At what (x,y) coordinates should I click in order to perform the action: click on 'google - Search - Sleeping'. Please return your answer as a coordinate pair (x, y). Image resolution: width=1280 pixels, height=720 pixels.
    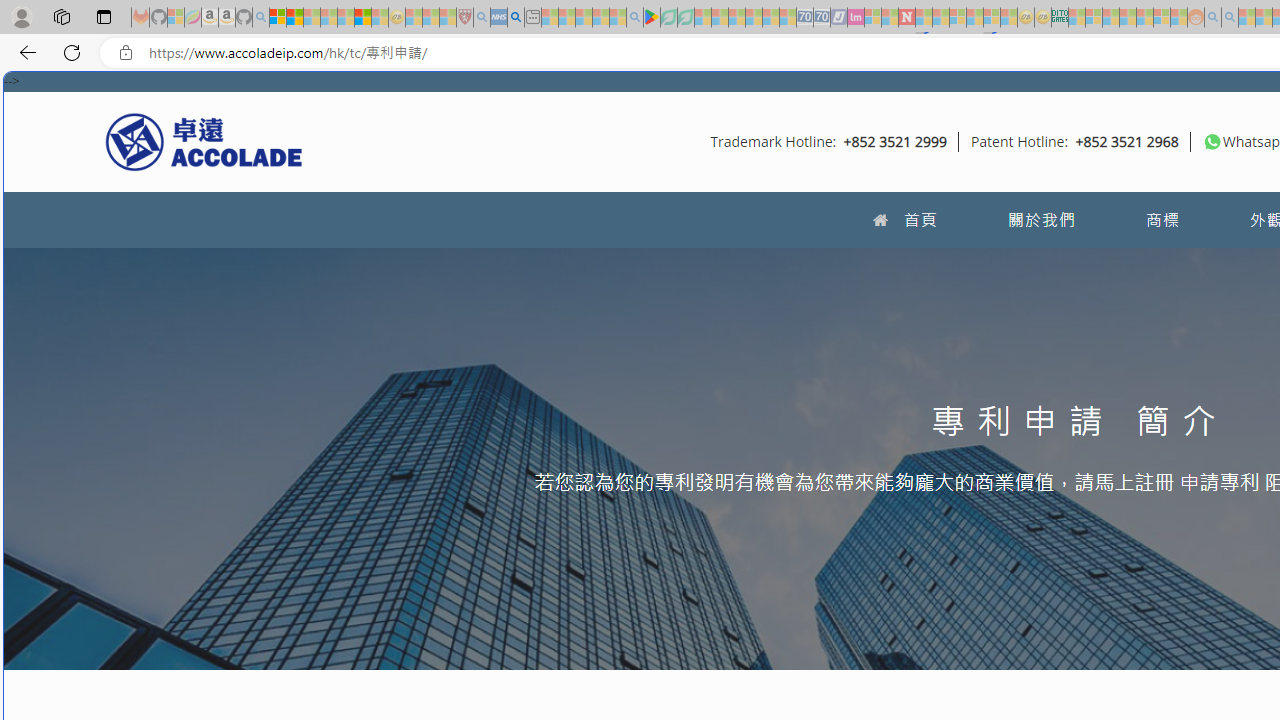
    Looking at the image, I should click on (633, 17).